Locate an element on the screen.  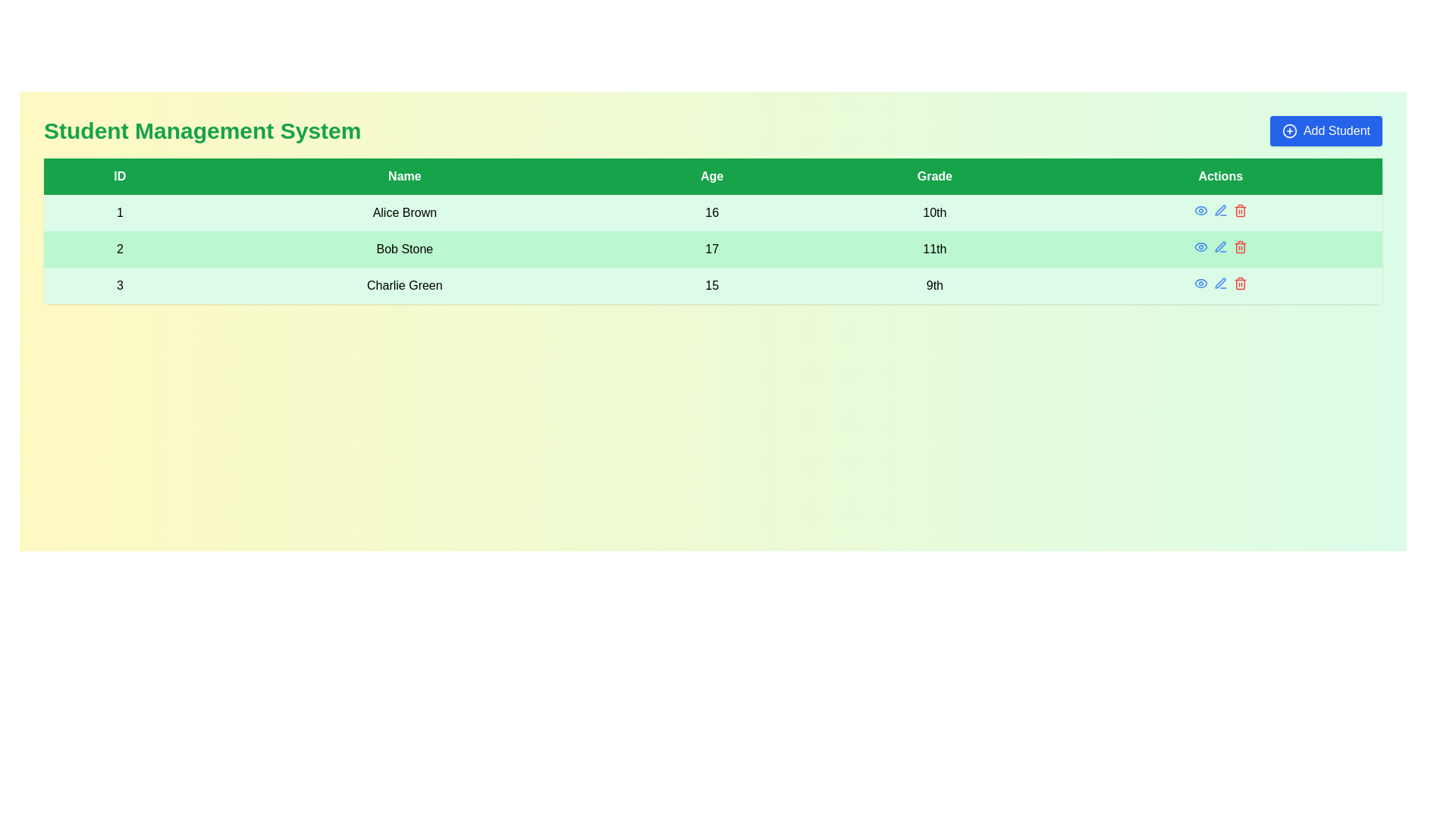
the numerical text component displaying the value '17' in black font, located in the second row of the table under the 'Age' column, which has a light green background is located at coordinates (711, 248).